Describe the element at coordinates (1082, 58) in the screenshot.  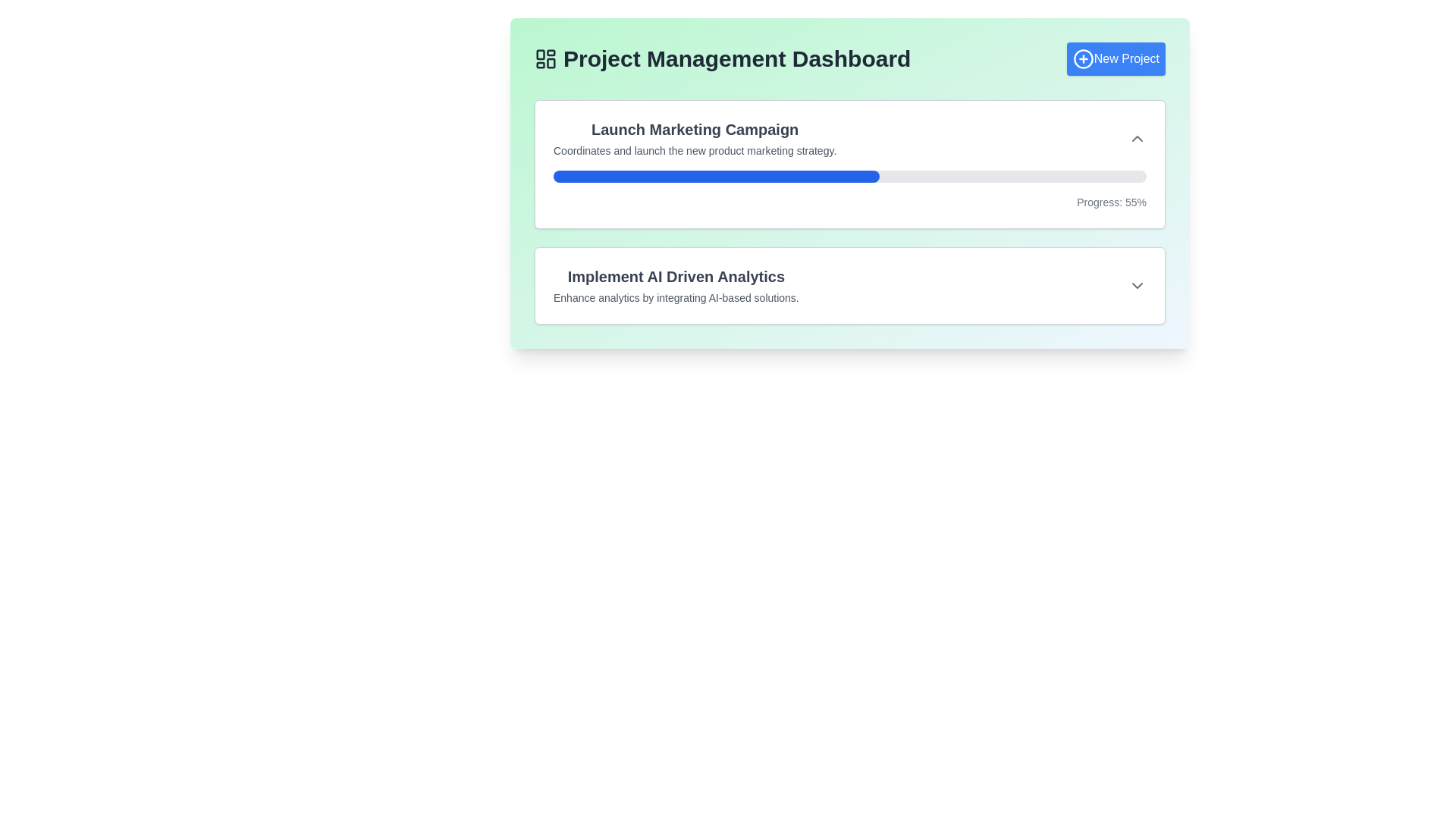
I see `the icon representing the action of creating a new project, located in the top-right corner next to the 'New Project' text` at that location.